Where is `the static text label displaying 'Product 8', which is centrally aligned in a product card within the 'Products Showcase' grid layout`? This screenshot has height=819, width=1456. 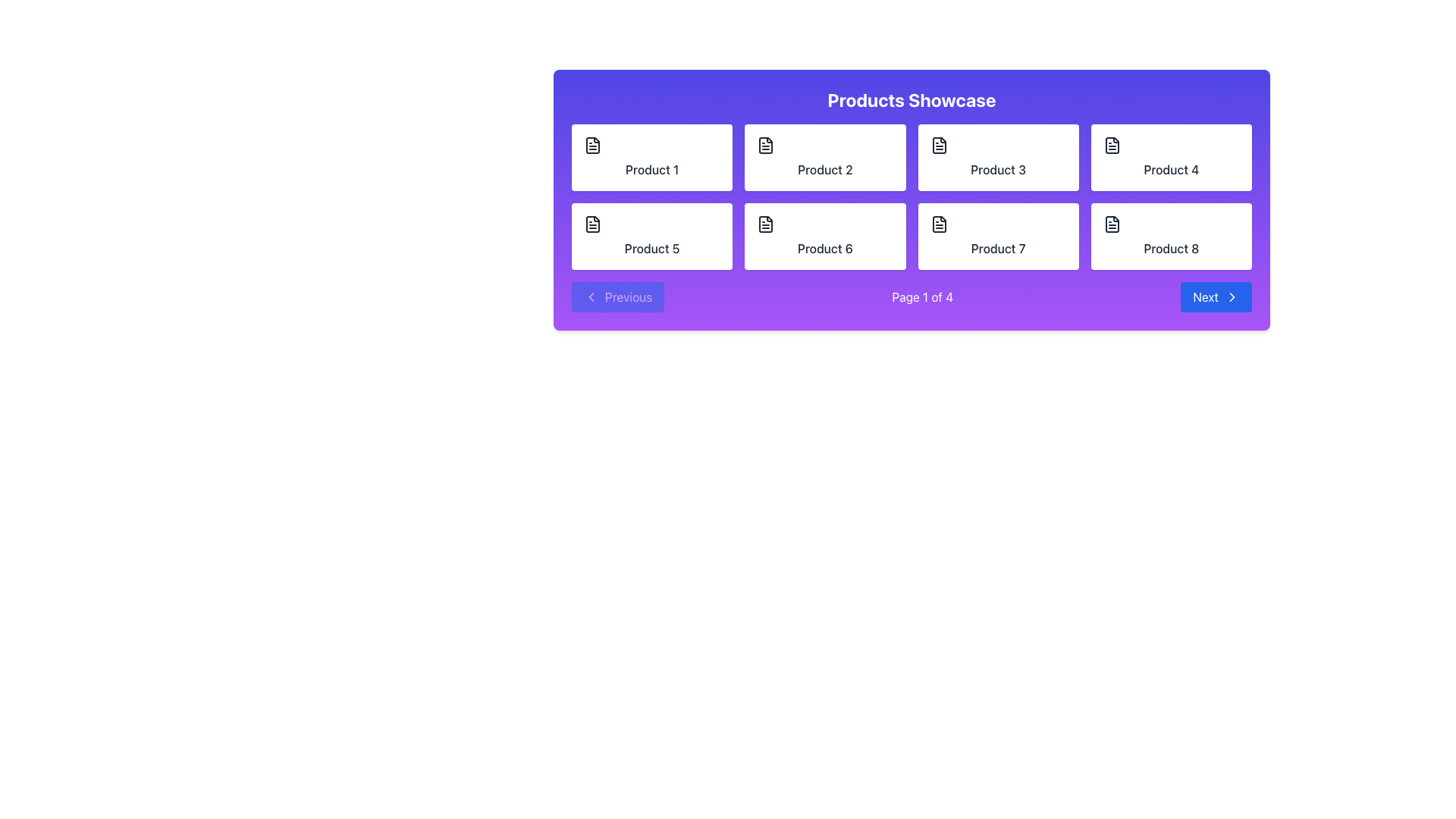
the static text label displaying 'Product 8', which is centrally aligned in a product card within the 'Products Showcase' grid layout is located at coordinates (1170, 247).